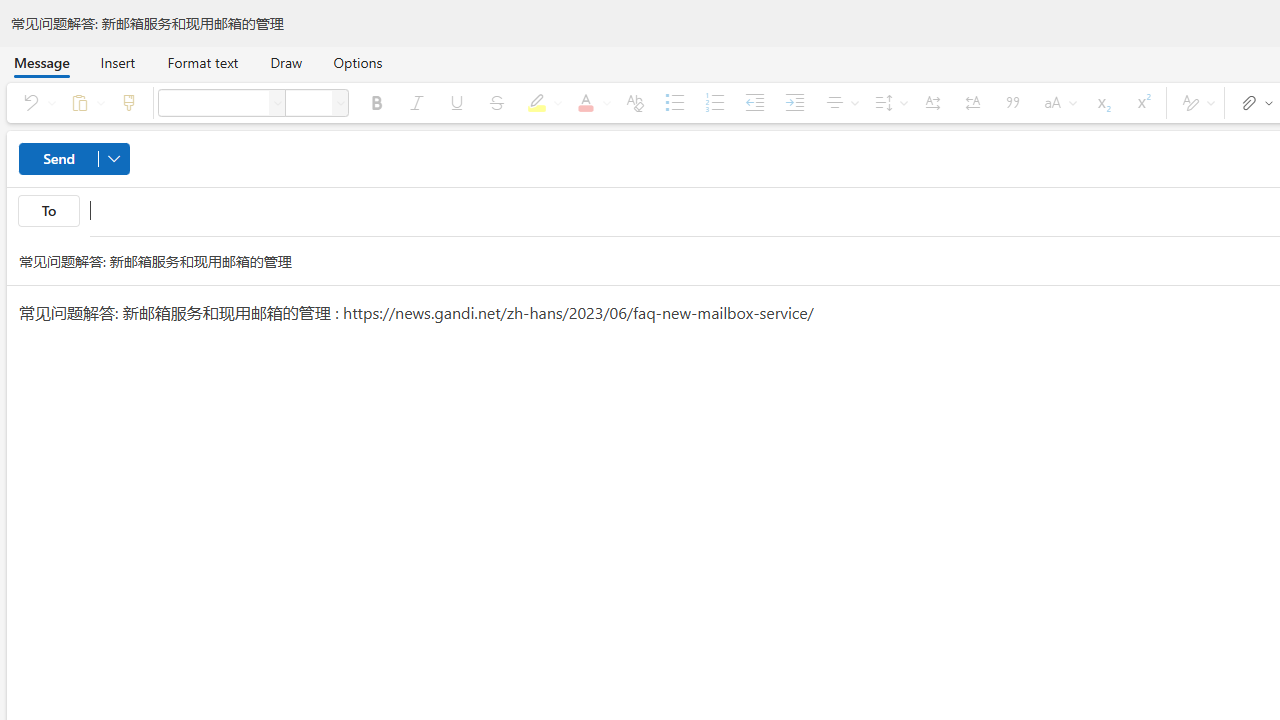 This screenshot has width=1280, height=720. Describe the element at coordinates (127, 102) in the screenshot. I see `'Format painter'` at that location.